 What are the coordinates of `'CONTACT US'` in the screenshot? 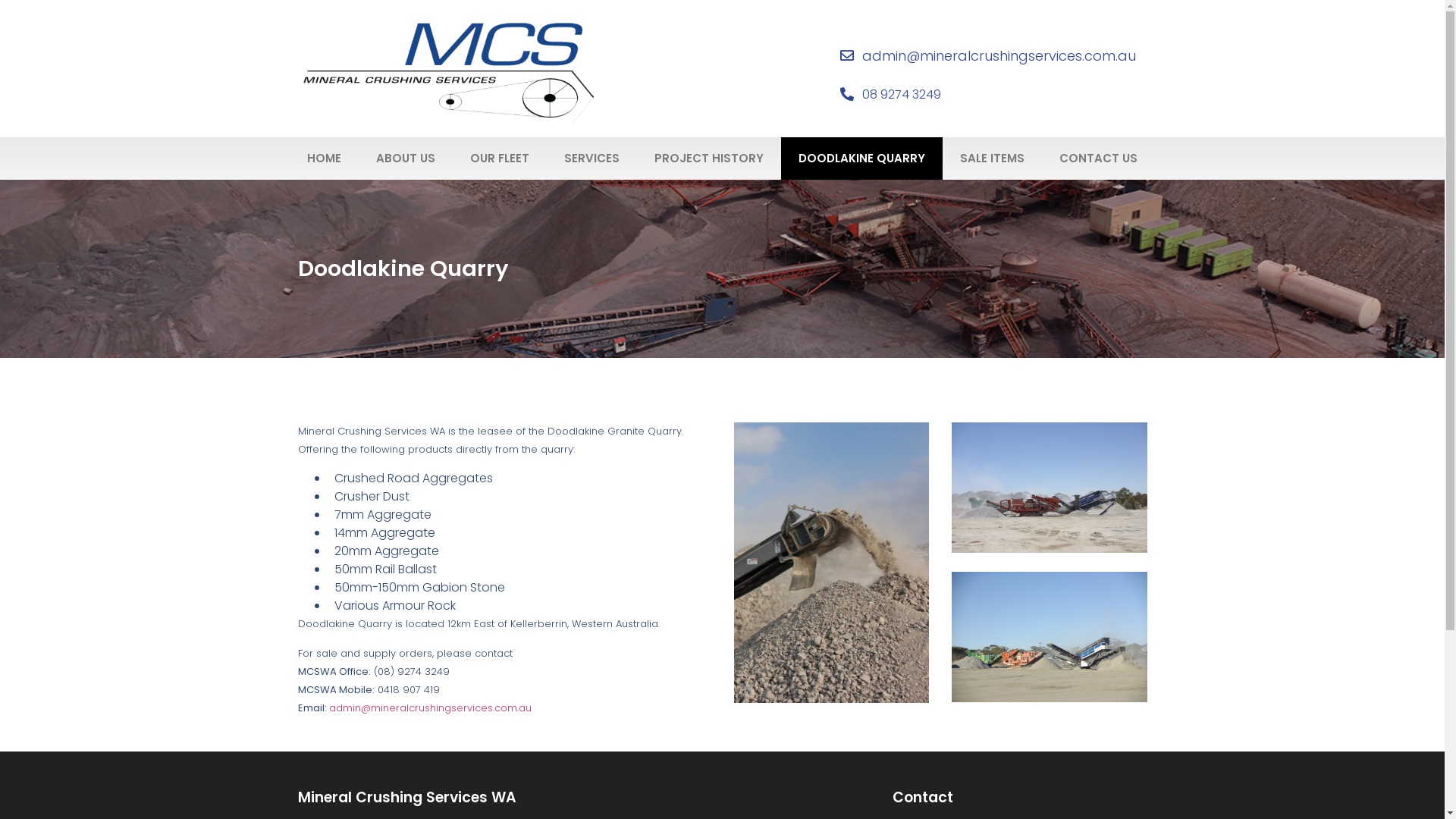 It's located at (1098, 158).